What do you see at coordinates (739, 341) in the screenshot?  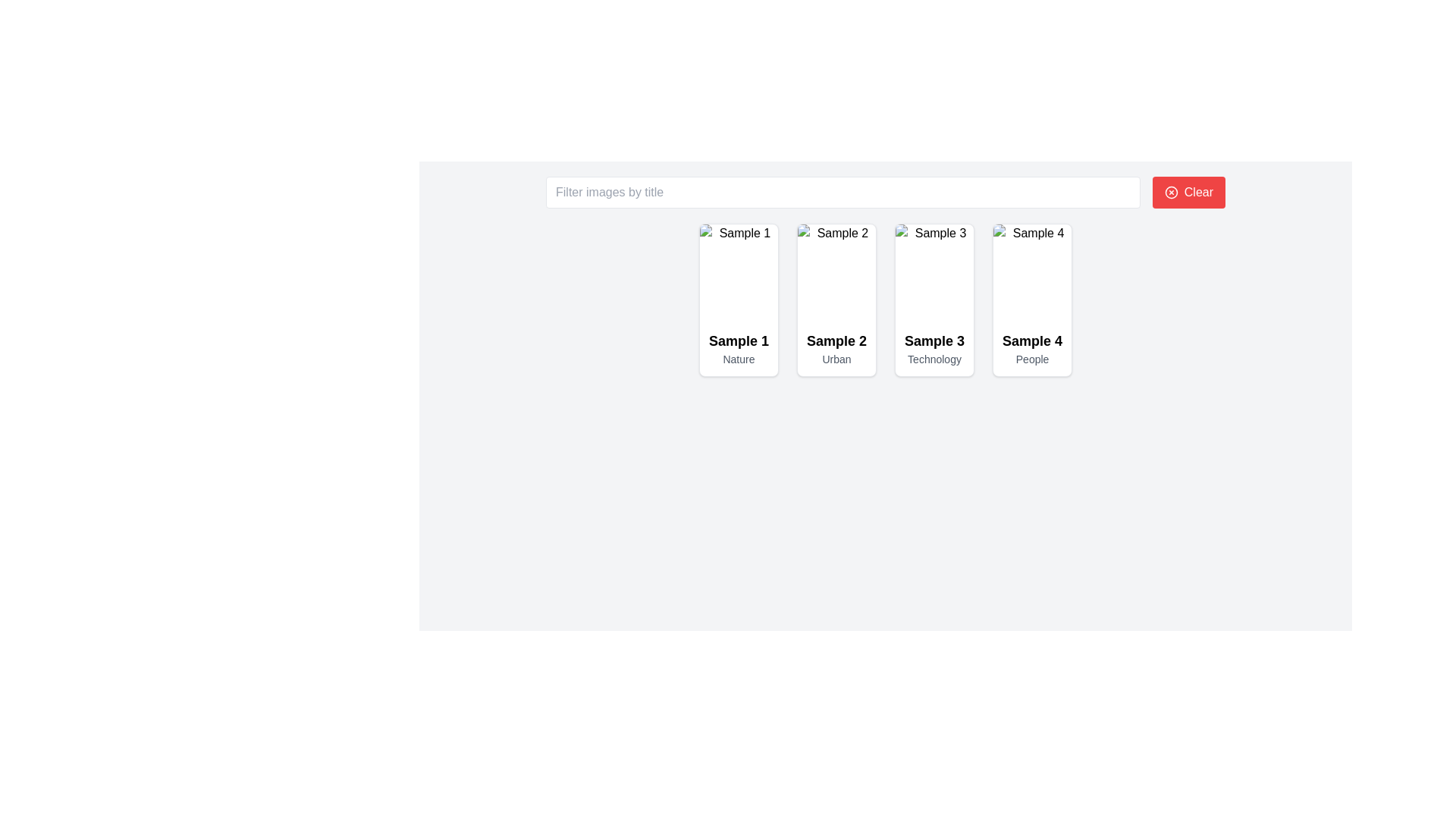 I see `the bold text label reading 'Sample 1' located in the upper-left of the first card in the grid layout` at bounding box center [739, 341].